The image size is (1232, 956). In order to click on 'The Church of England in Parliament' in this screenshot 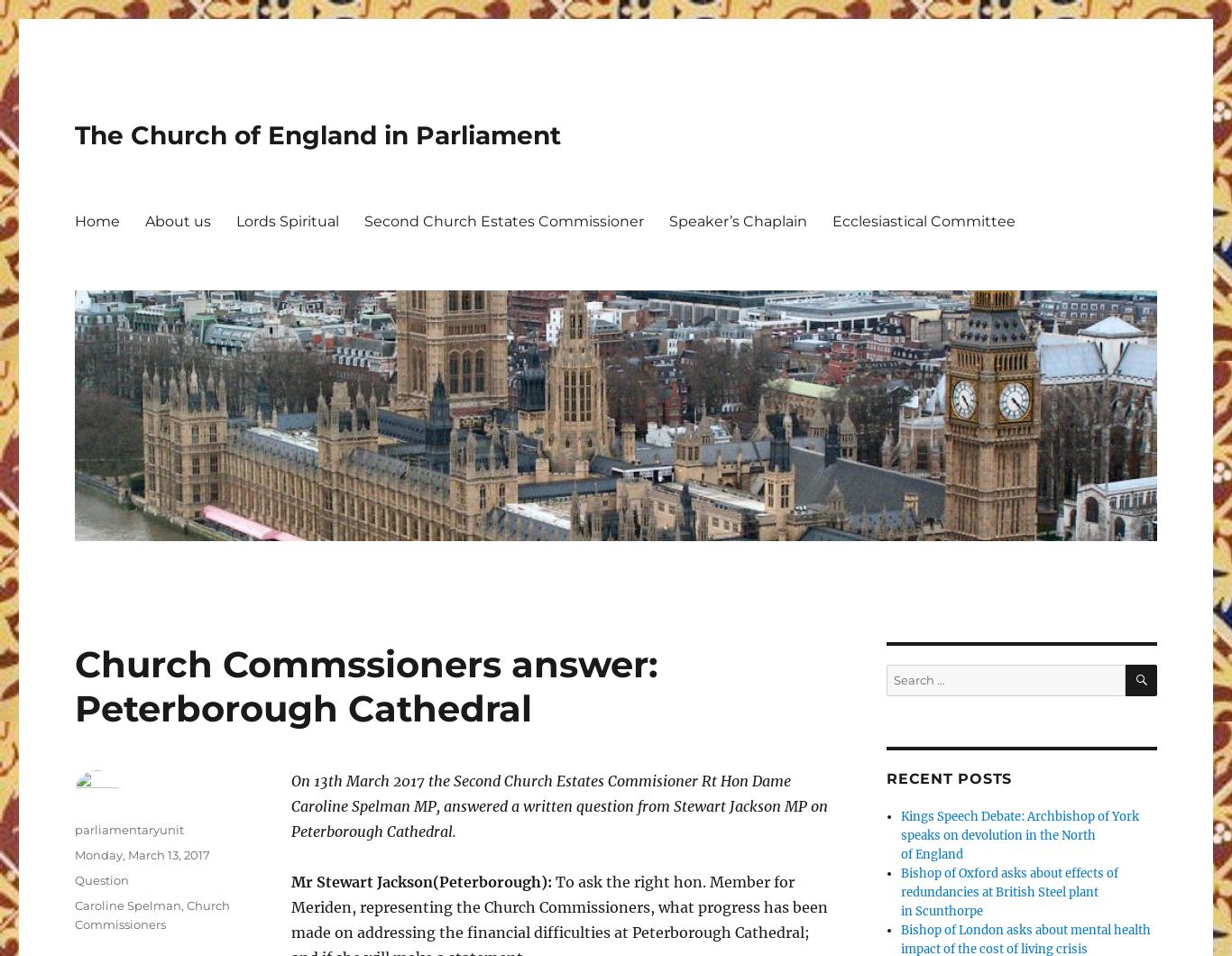, I will do `click(317, 133)`.